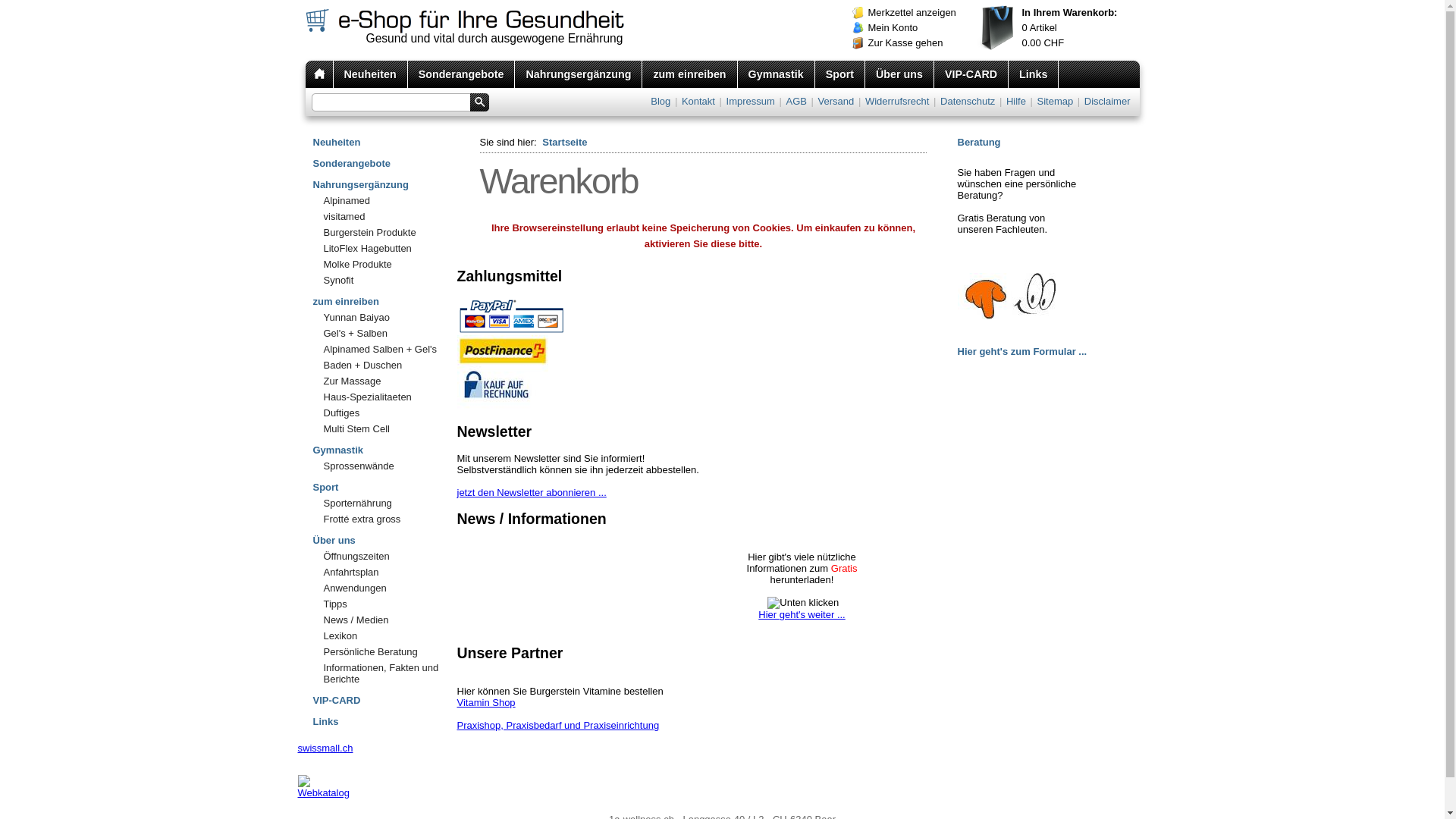 Image resolution: width=1456 pixels, height=819 pixels. What do you see at coordinates (384, 199) in the screenshot?
I see `'Alpinamed'` at bounding box center [384, 199].